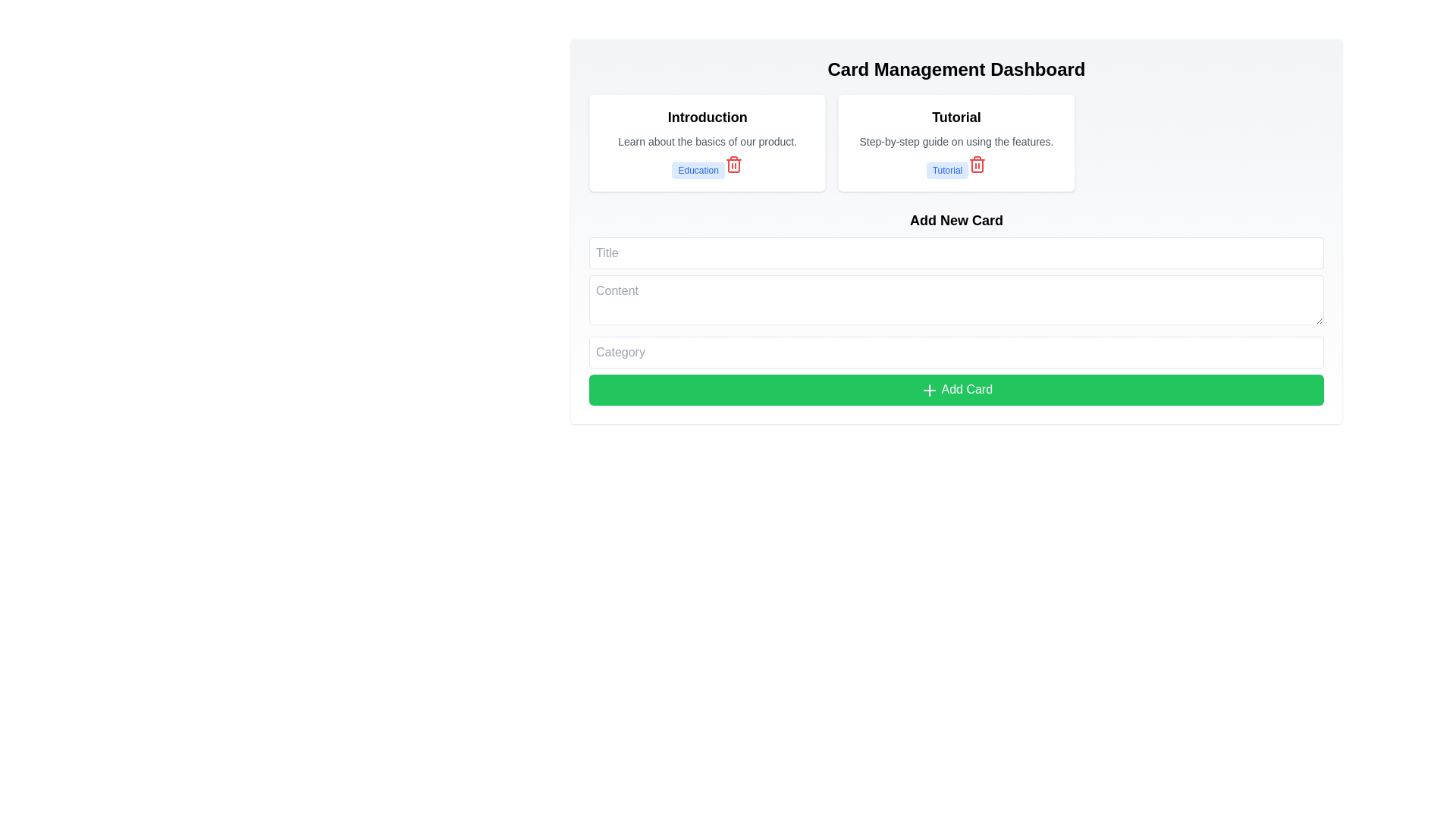 Image resolution: width=1456 pixels, height=819 pixels. What do you see at coordinates (977, 166) in the screenshot?
I see `the delete button icon in the top right section of the dashboard` at bounding box center [977, 166].